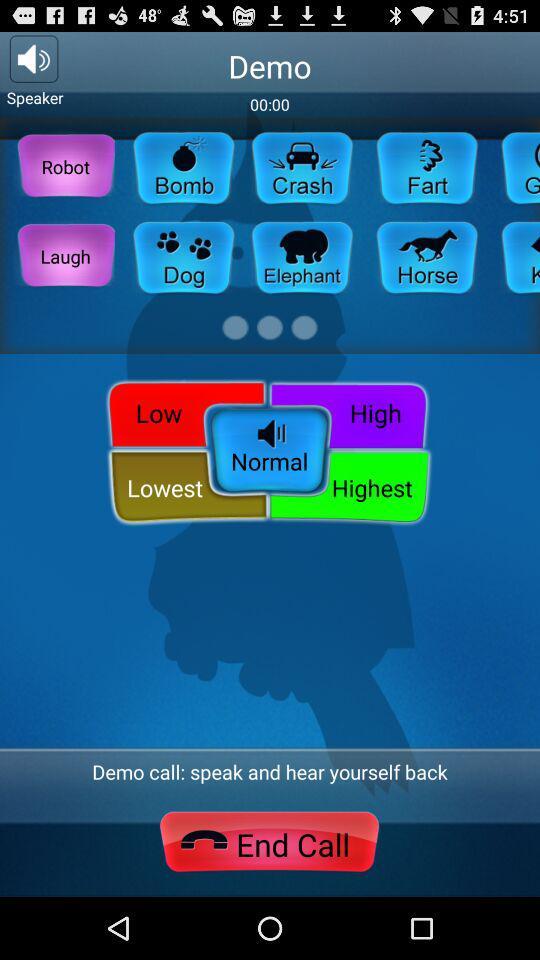 This screenshot has height=960, width=540. Describe the element at coordinates (351, 411) in the screenshot. I see `icon above demo call speak item` at that location.